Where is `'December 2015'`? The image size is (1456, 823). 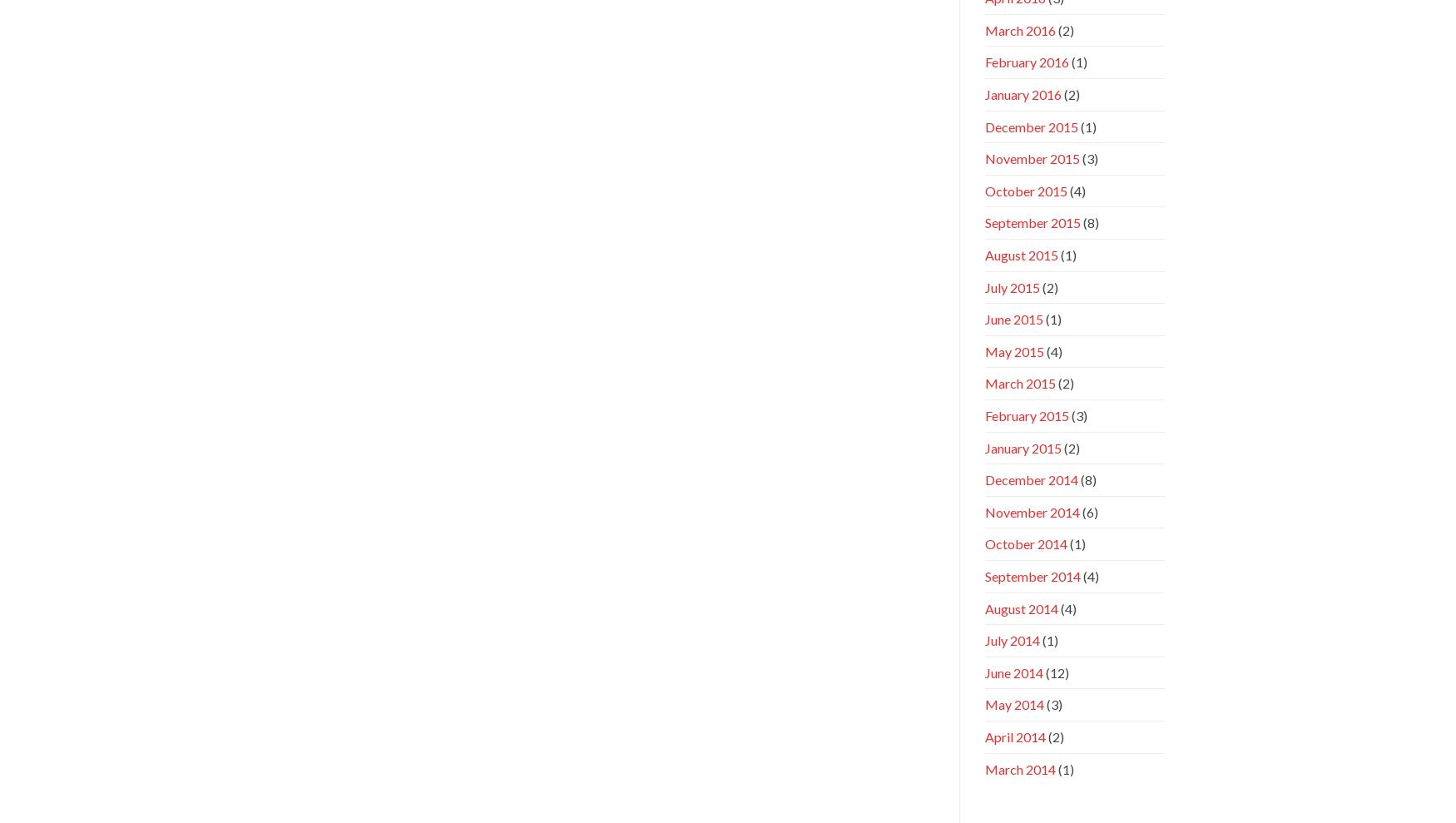 'December 2015' is located at coordinates (1031, 125).